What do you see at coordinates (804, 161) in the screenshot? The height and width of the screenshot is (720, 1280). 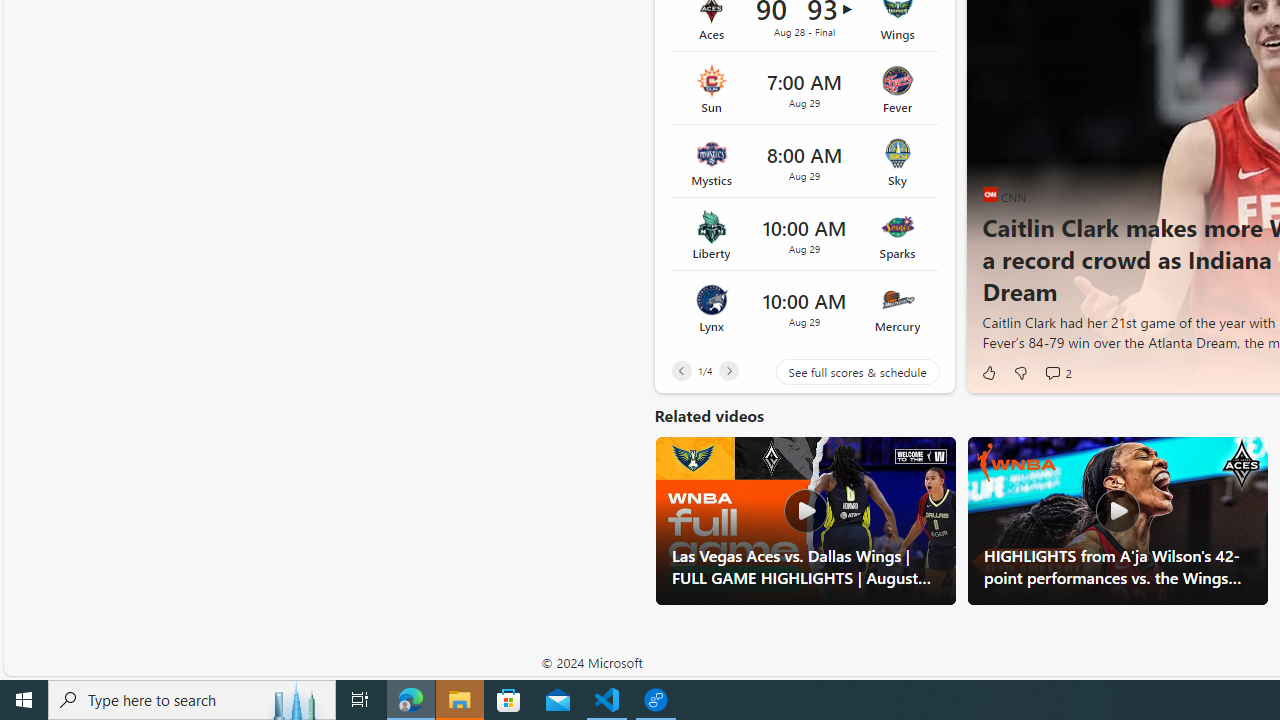 I see `'Mystics vs Sky Time 8:00 AM Date Aug 29'` at bounding box center [804, 161].